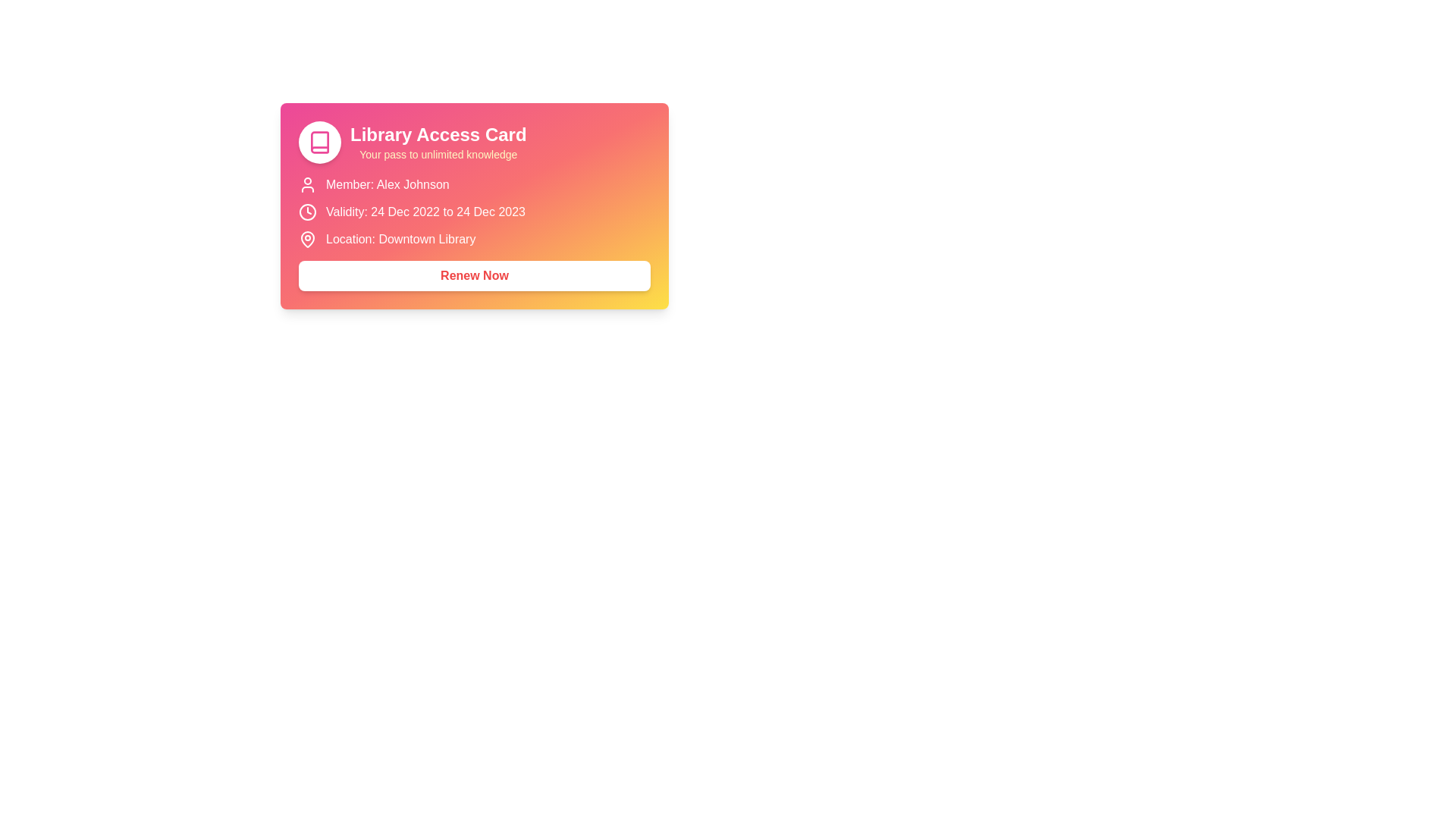  What do you see at coordinates (400, 239) in the screenshot?
I see `the static text label displaying 'Location: Downtown Library' which is centrally aligned in the lower area of the card layout, positioned below the 'Validity' section and above the 'Renew Now' button` at bounding box center [400, 239].